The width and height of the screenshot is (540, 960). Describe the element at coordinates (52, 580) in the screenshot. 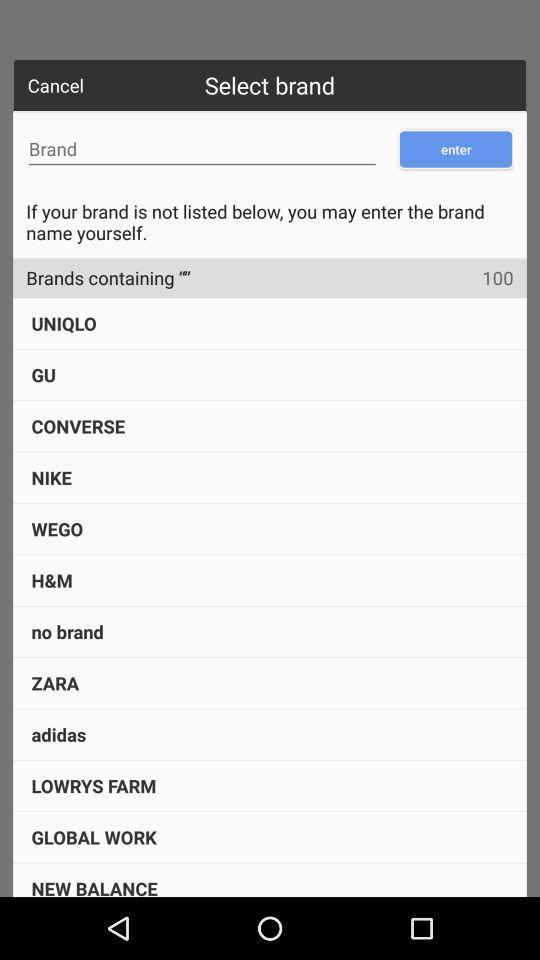

I see `item below wego item` at that location.